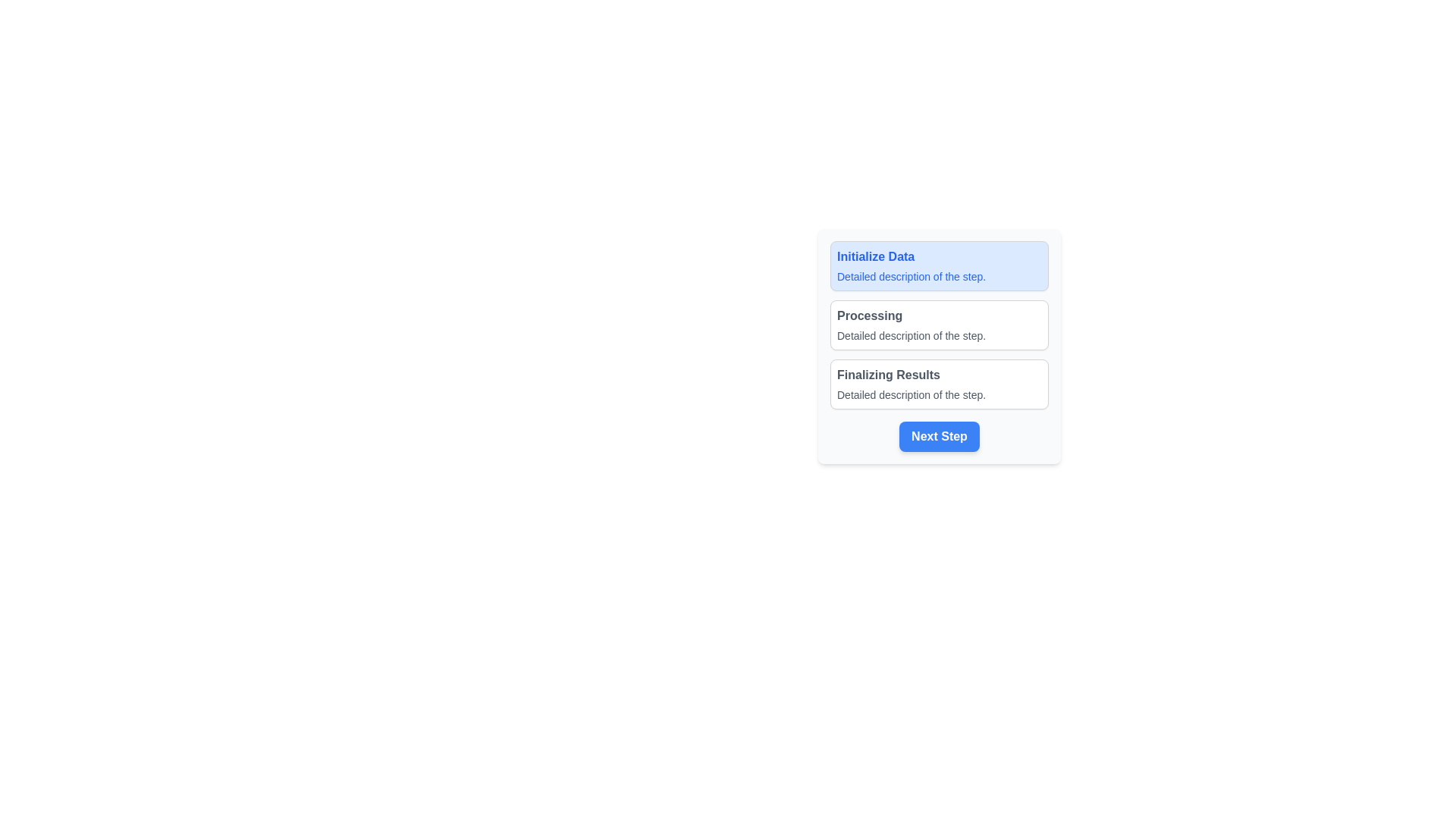  I want to click on assistive technology, so click(938, 265).